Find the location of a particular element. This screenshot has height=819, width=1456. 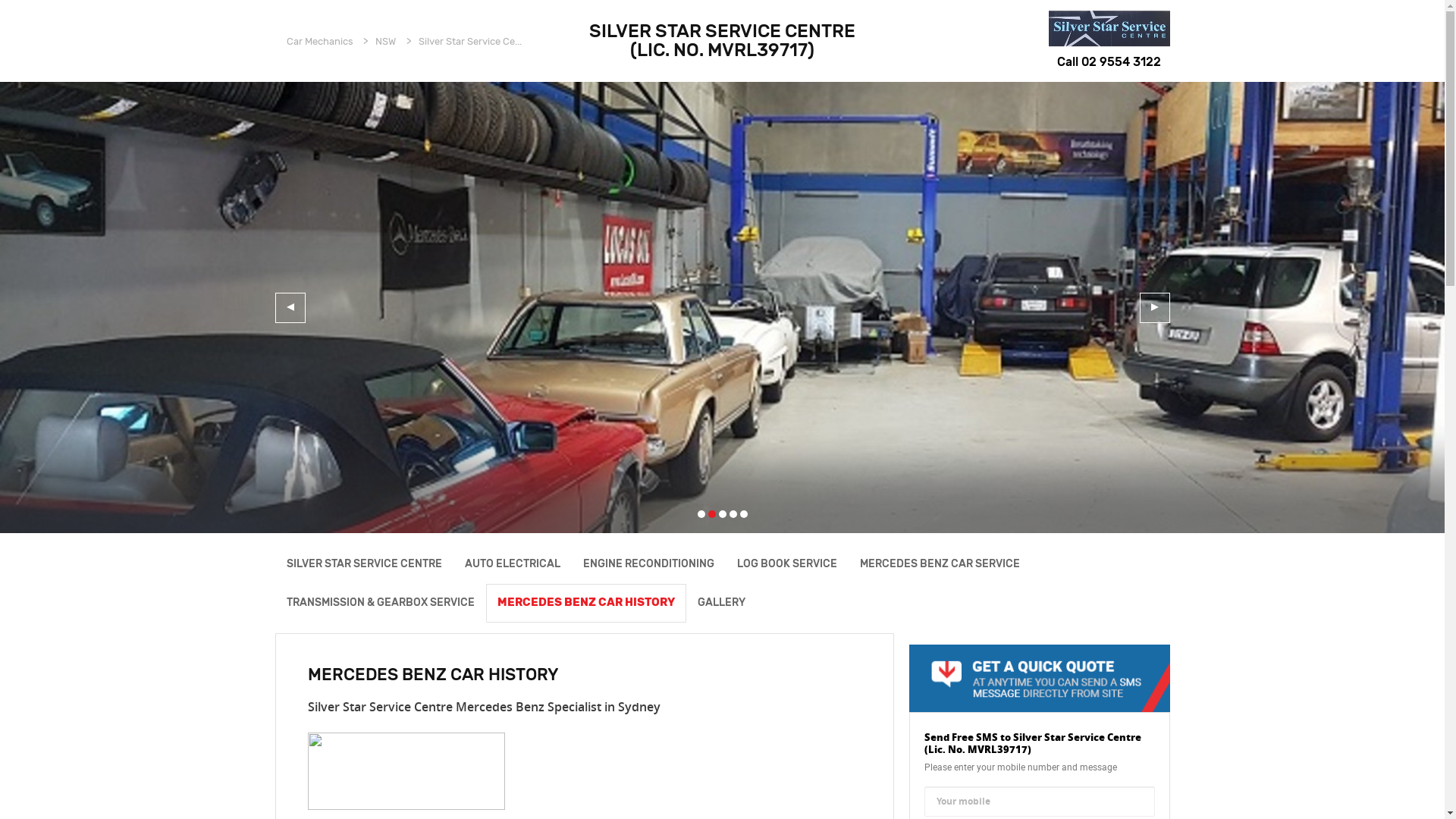

'GALLERY' is located at coordinates (684, 601).